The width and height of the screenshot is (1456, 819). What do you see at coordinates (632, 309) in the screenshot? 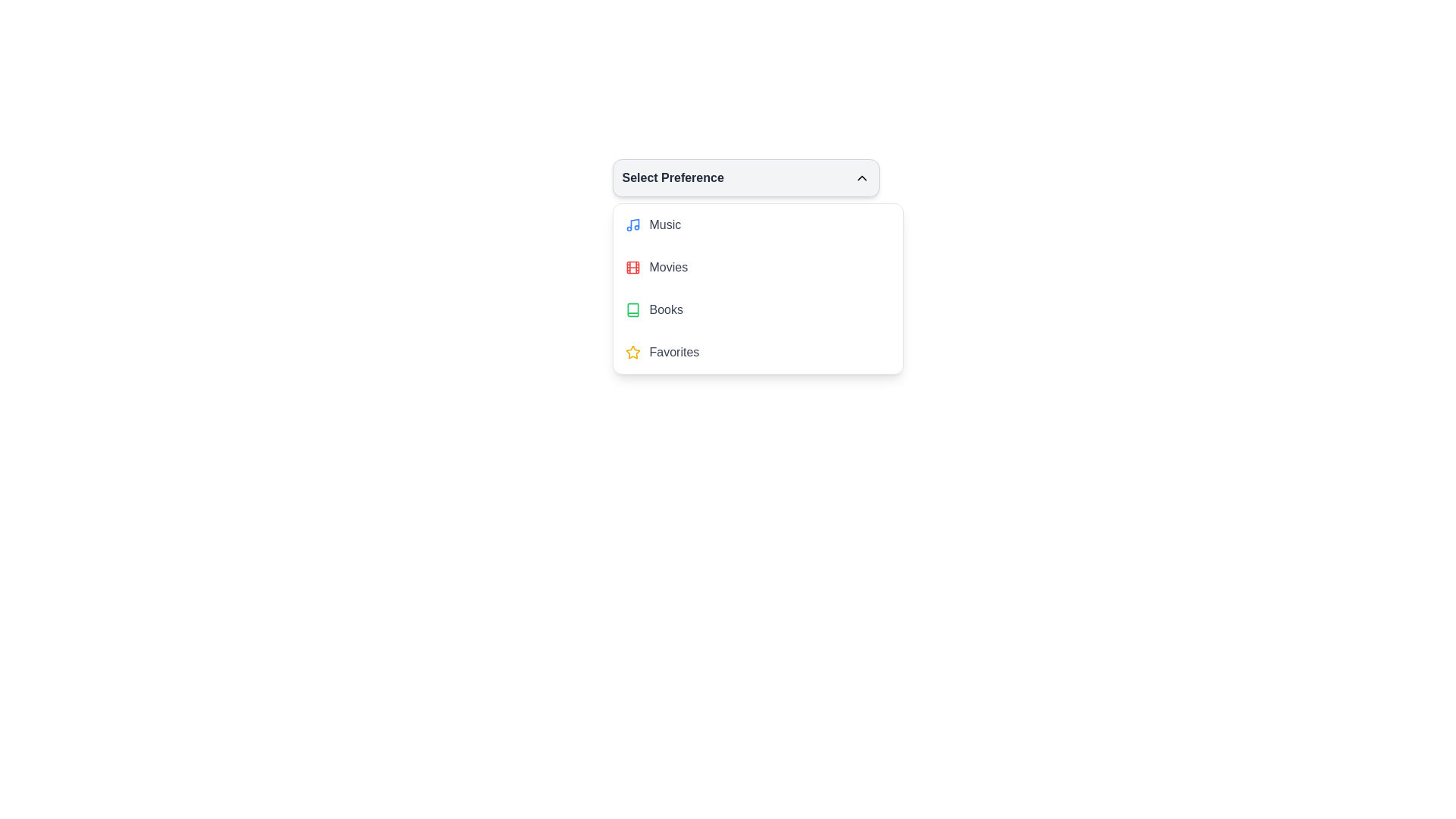
I see `the 'Books' category icon located next to the text 'Books' in the dropdown list titled 'Select Preference' to associate it with its category` at bounding box center [632, 309].